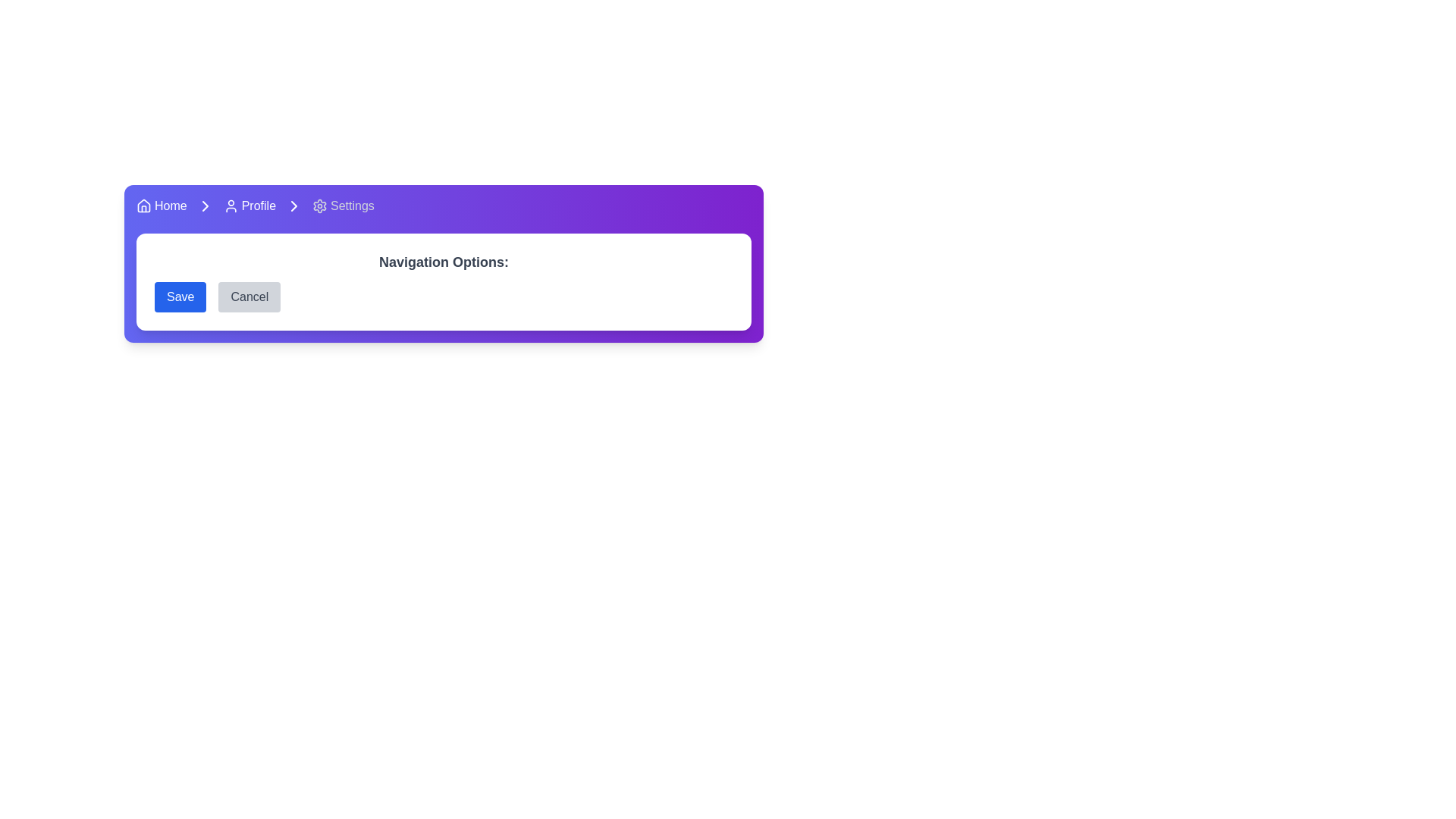  What do you see at coordinates (144, 205) in the screenshot?
I see `the stylized house icon located in the navigation bar next to the 'Home' label` at bounding box center [144, 205].